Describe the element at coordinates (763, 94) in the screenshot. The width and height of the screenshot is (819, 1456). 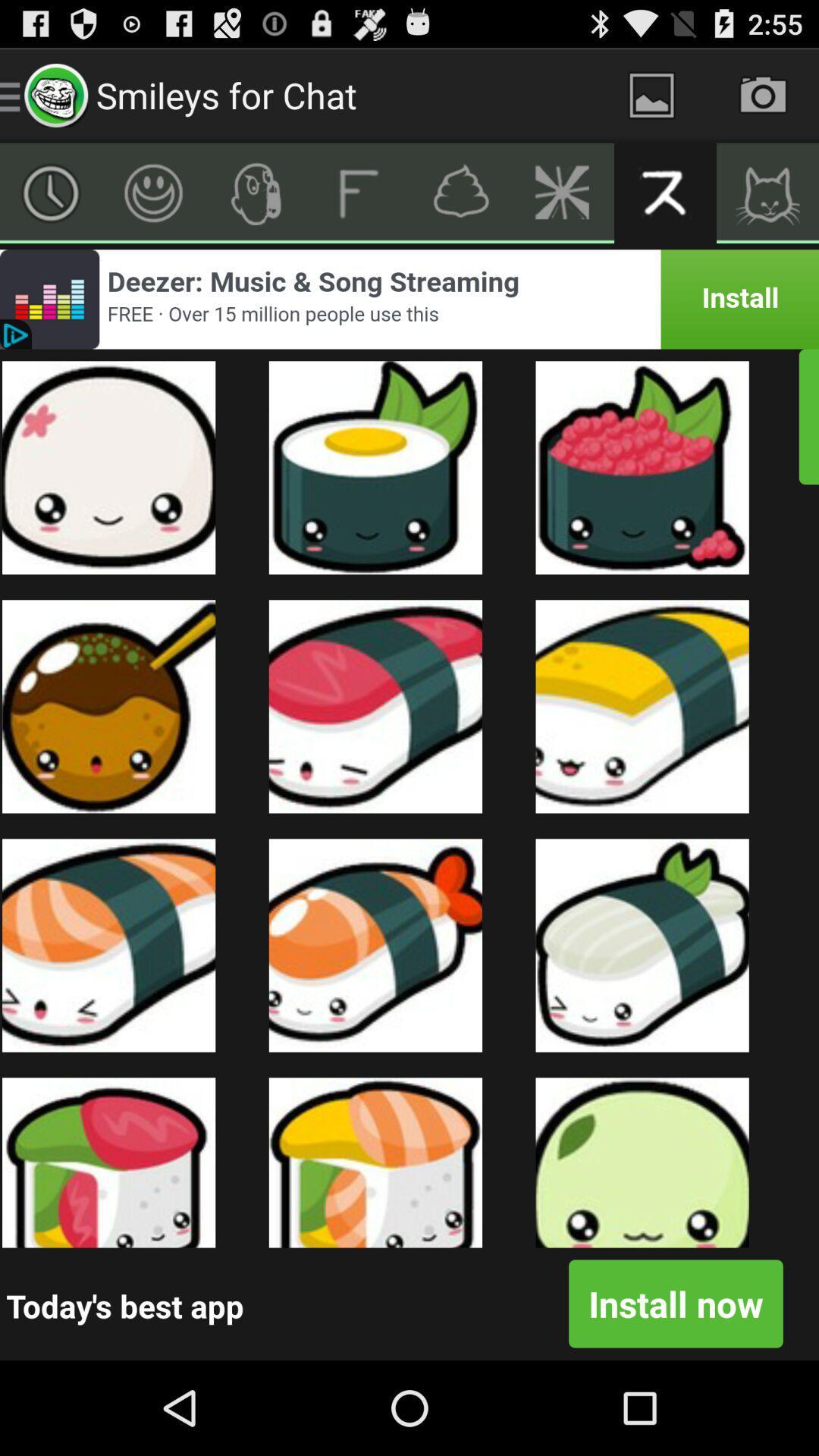
I see `open camera` at that location.